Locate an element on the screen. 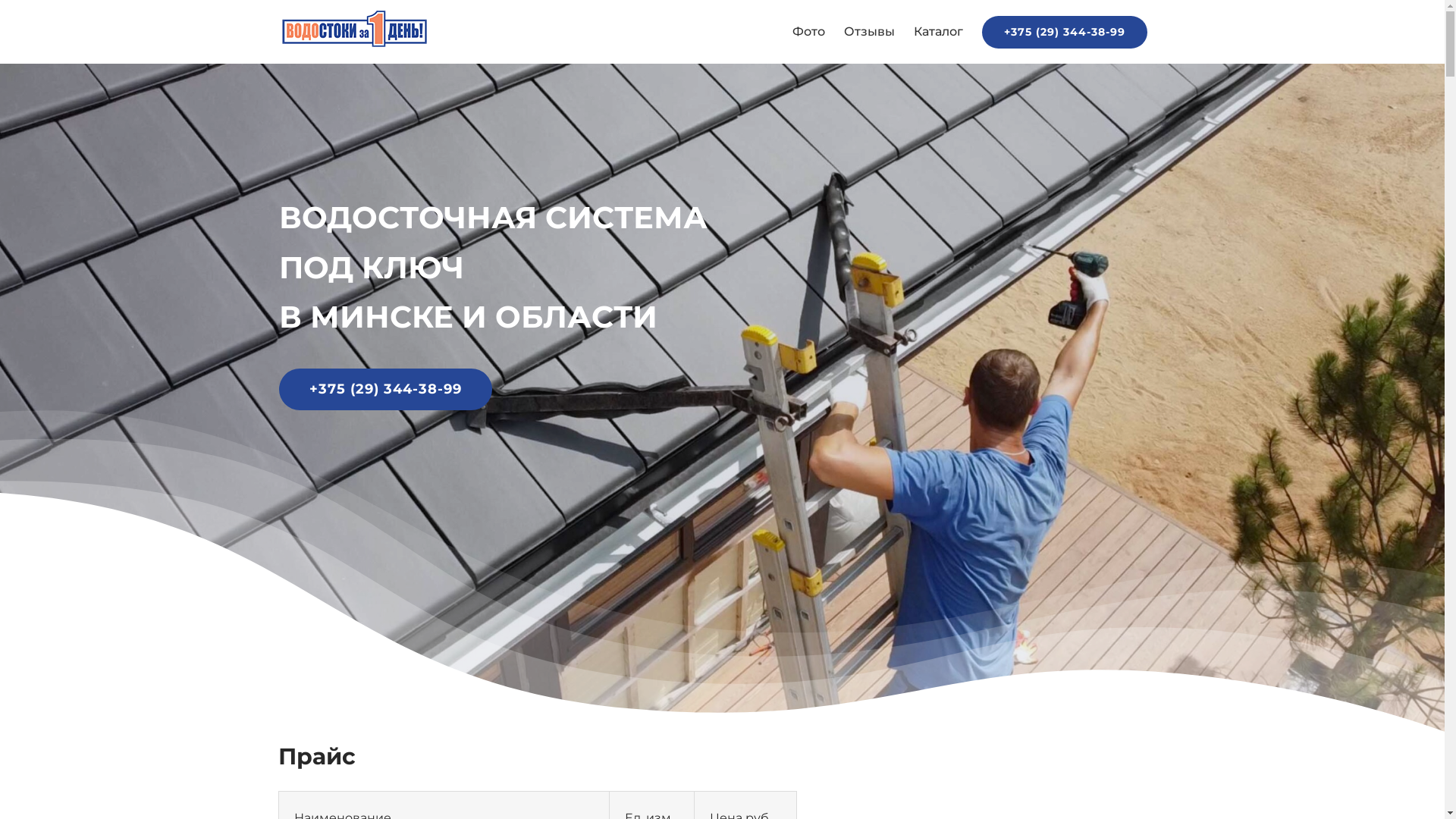 This screenshot has width=1456, height=819. '+375 (29) 344-38-99' is located at coordinates (1062, 32).